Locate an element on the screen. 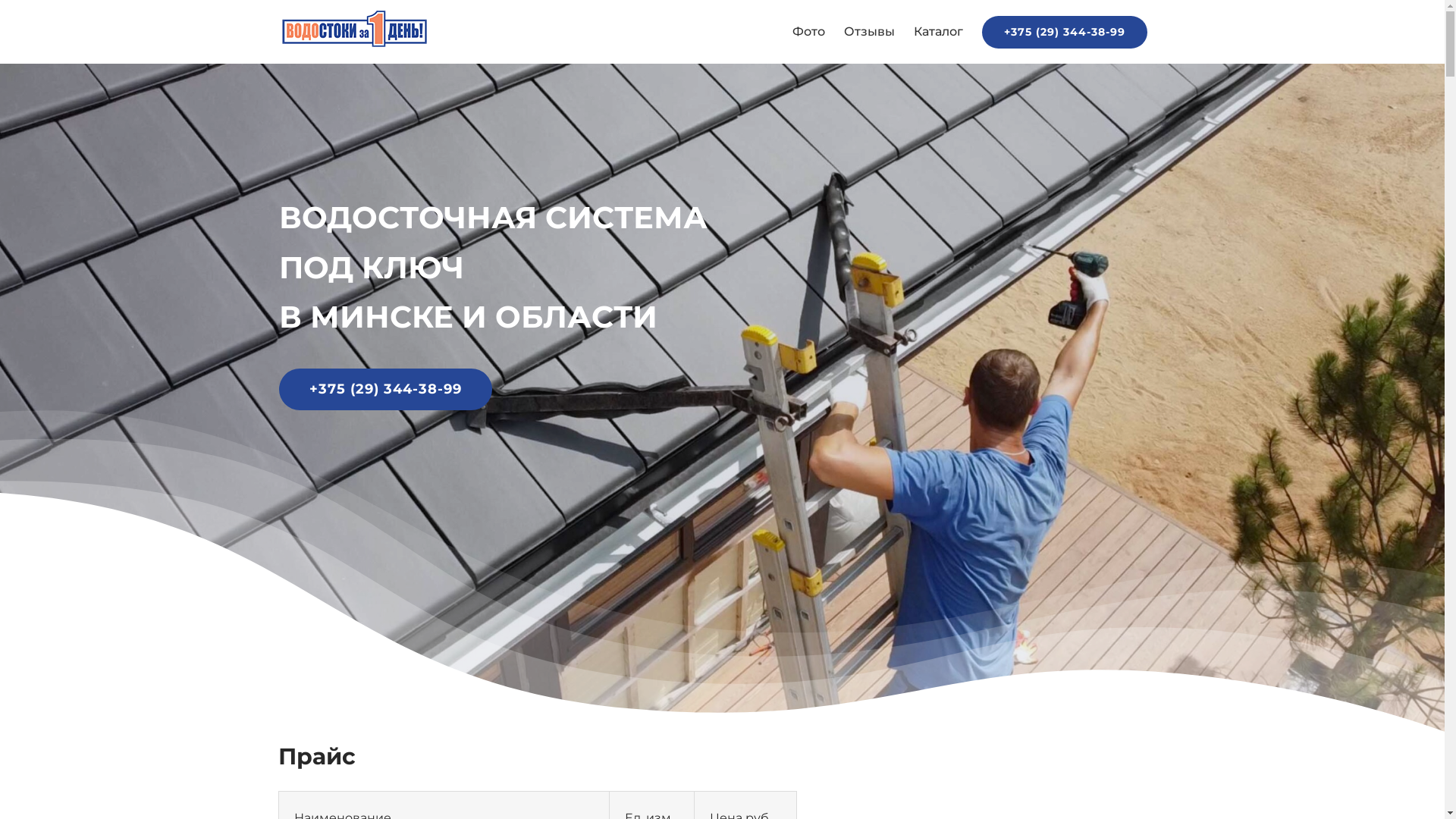 This screenshot has width=1456, height=819. '+375 (29) 344-38-99' is located at coordinates (1062, 32).